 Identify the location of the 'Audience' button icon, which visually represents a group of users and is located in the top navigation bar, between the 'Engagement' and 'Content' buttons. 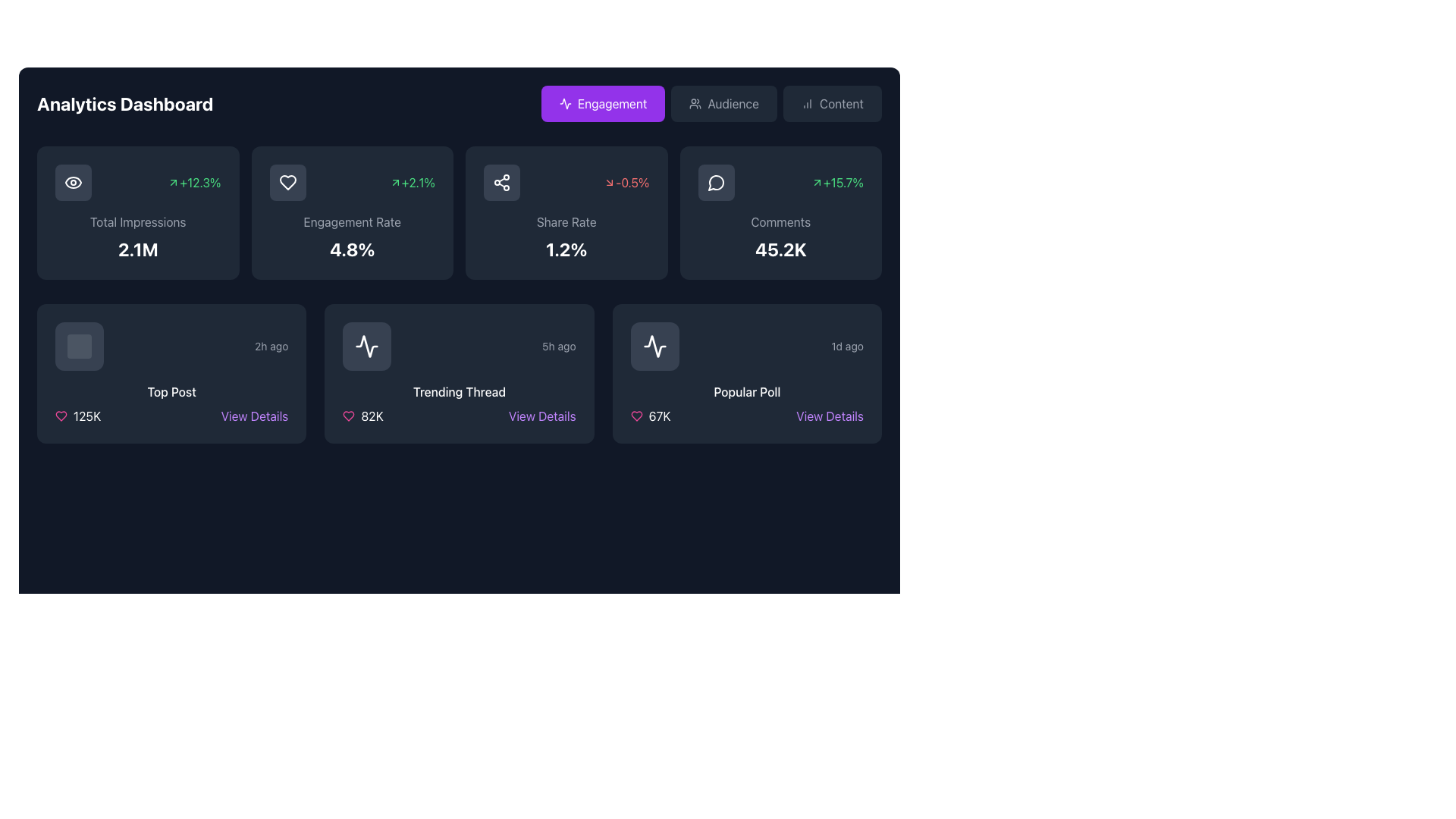
(695, 103).